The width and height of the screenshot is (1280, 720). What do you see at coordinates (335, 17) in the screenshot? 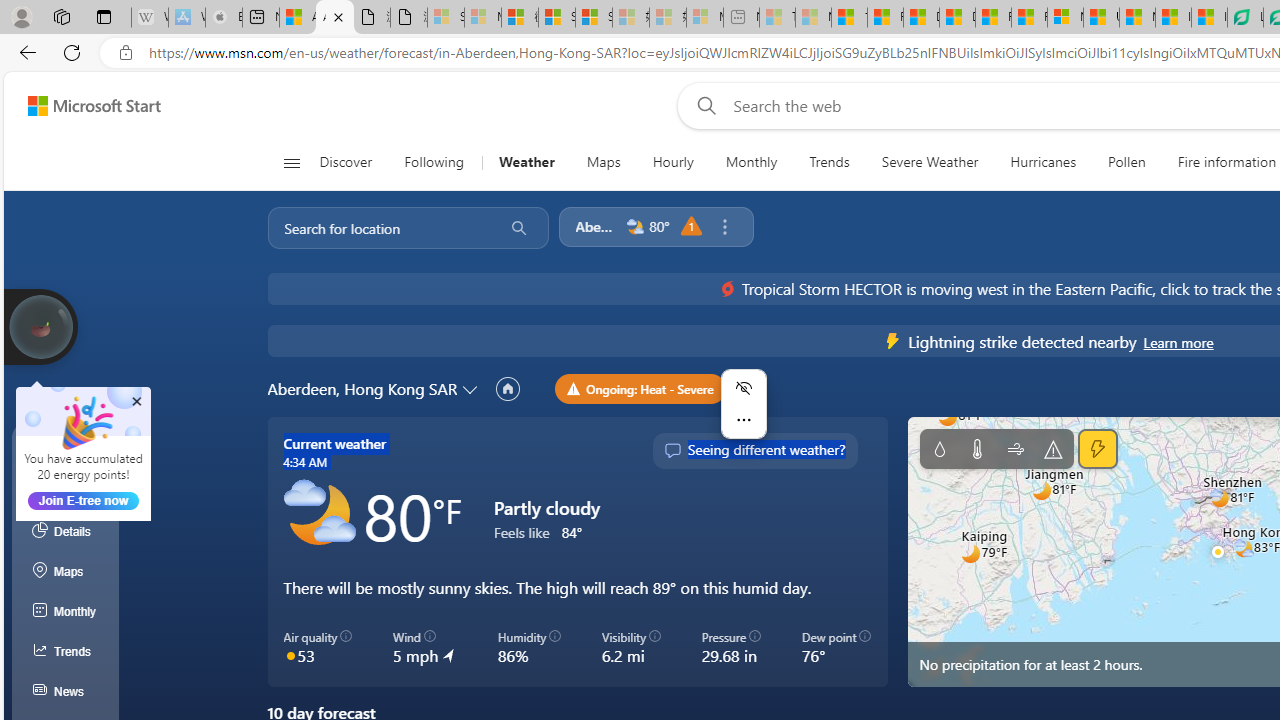
I see `'Aberdeen, Hong Kong SAR weather forecast | Microsoft Weather'` at bounding box center [335, 17].